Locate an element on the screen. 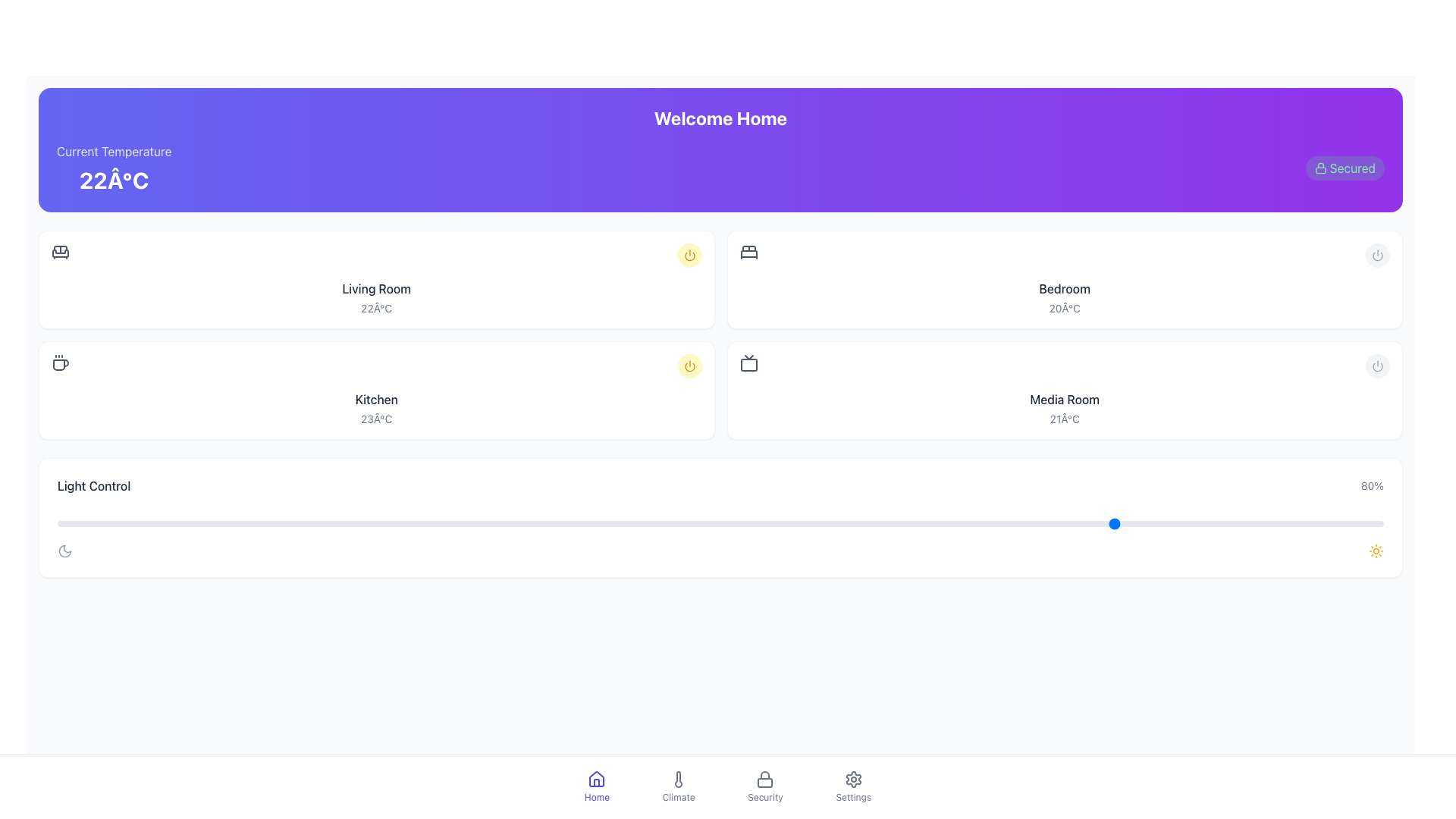 This screenshot has width=1456, height=819. the slider is located at coordinates (1225, 522).